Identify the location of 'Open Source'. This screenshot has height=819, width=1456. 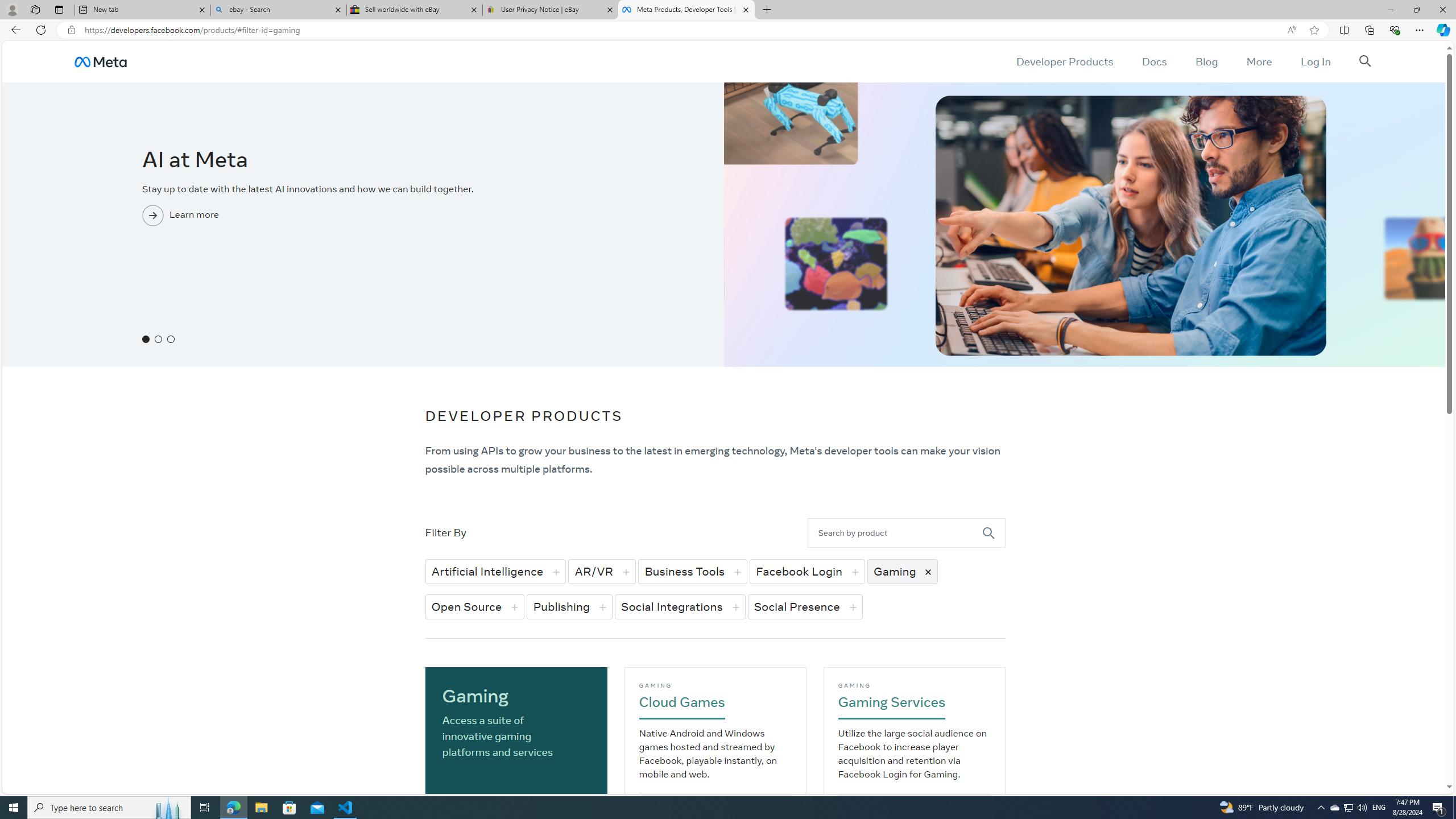
(475, 606).